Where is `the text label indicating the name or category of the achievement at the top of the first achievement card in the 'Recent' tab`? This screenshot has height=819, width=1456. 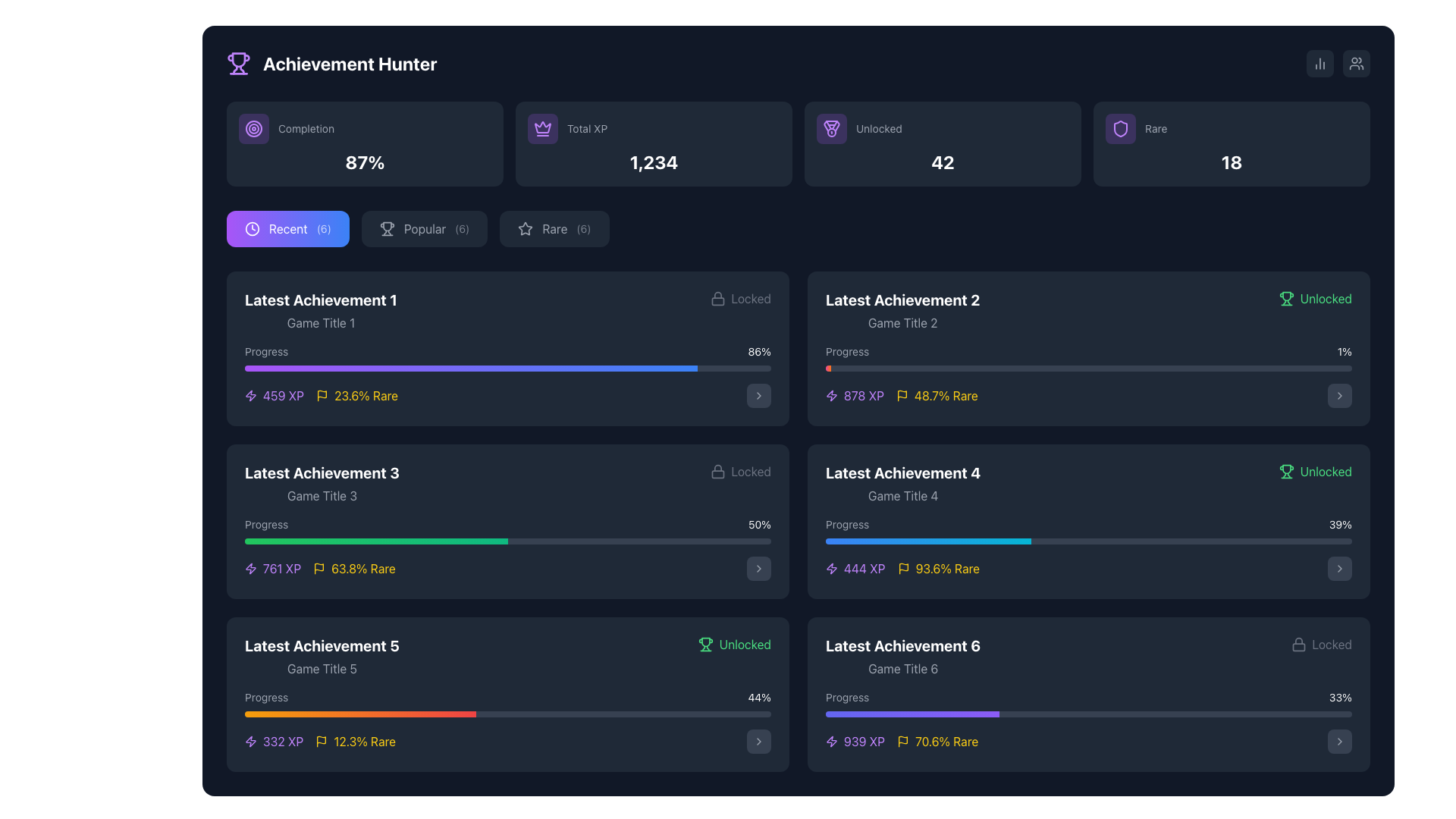 the text label indicating the name or category of the achievement at the top of the first achievement card in the 'Recent' tab is located at coordinates (320, 300).